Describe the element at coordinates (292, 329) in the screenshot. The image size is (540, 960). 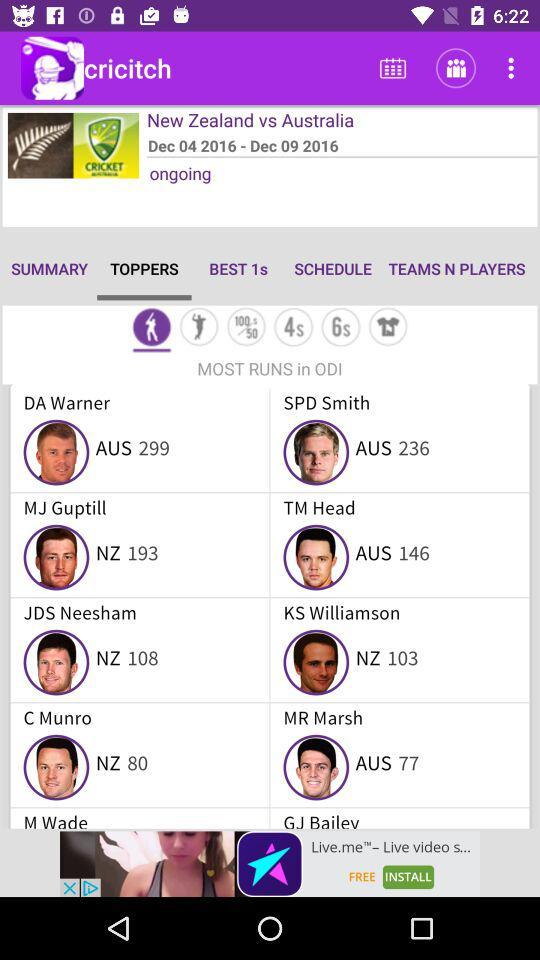
I see `4s toppers` at that location.